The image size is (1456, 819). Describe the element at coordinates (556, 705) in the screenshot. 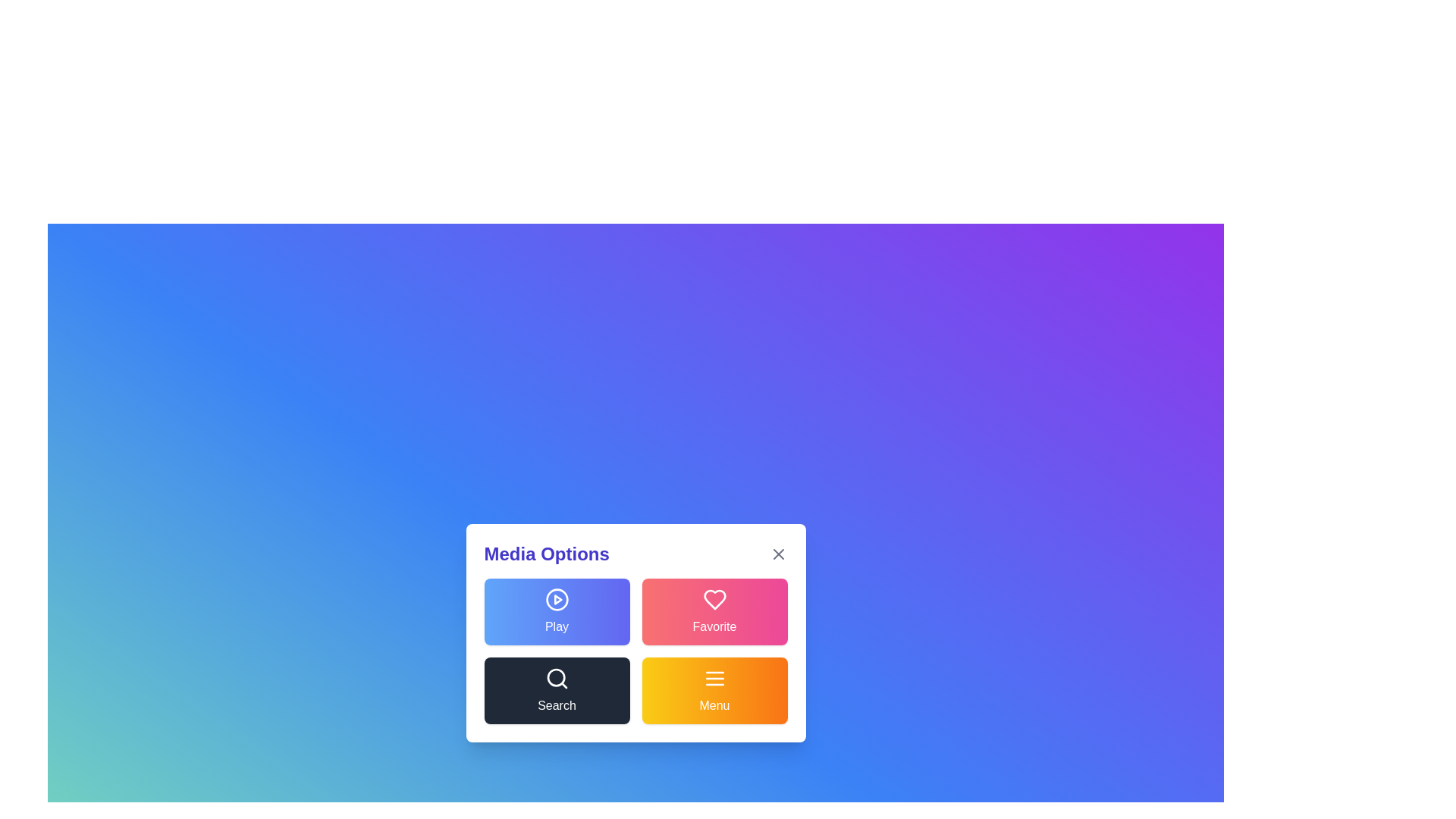

I see `the 'Search' text label inside the bottom-left button of the 'Media Options' modal, which is styled in a straightforward layout and features a magnifying glass icon above it` at that location.